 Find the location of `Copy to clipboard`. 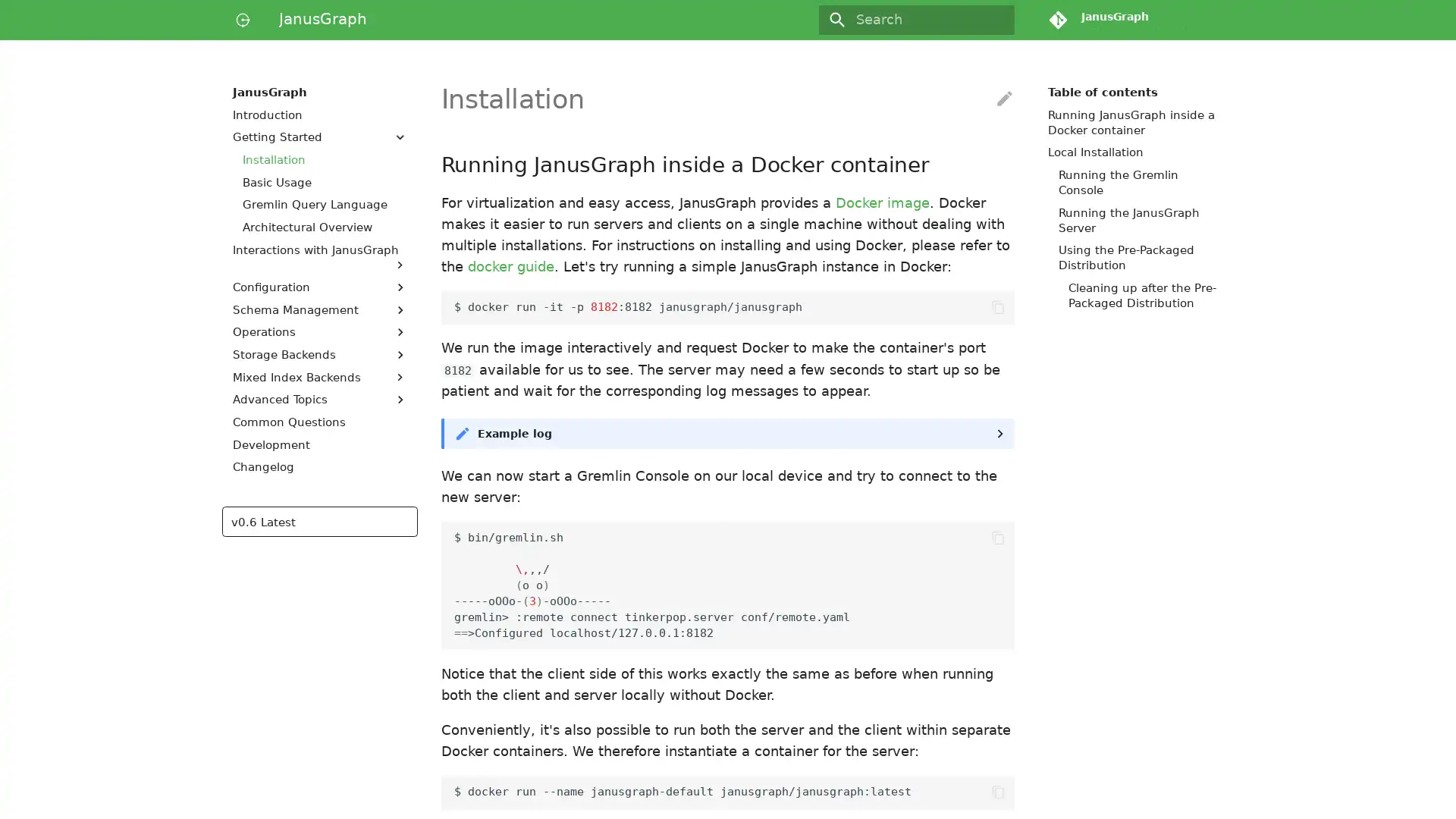

Copy to clipboard is located at coordinates (997, 537).